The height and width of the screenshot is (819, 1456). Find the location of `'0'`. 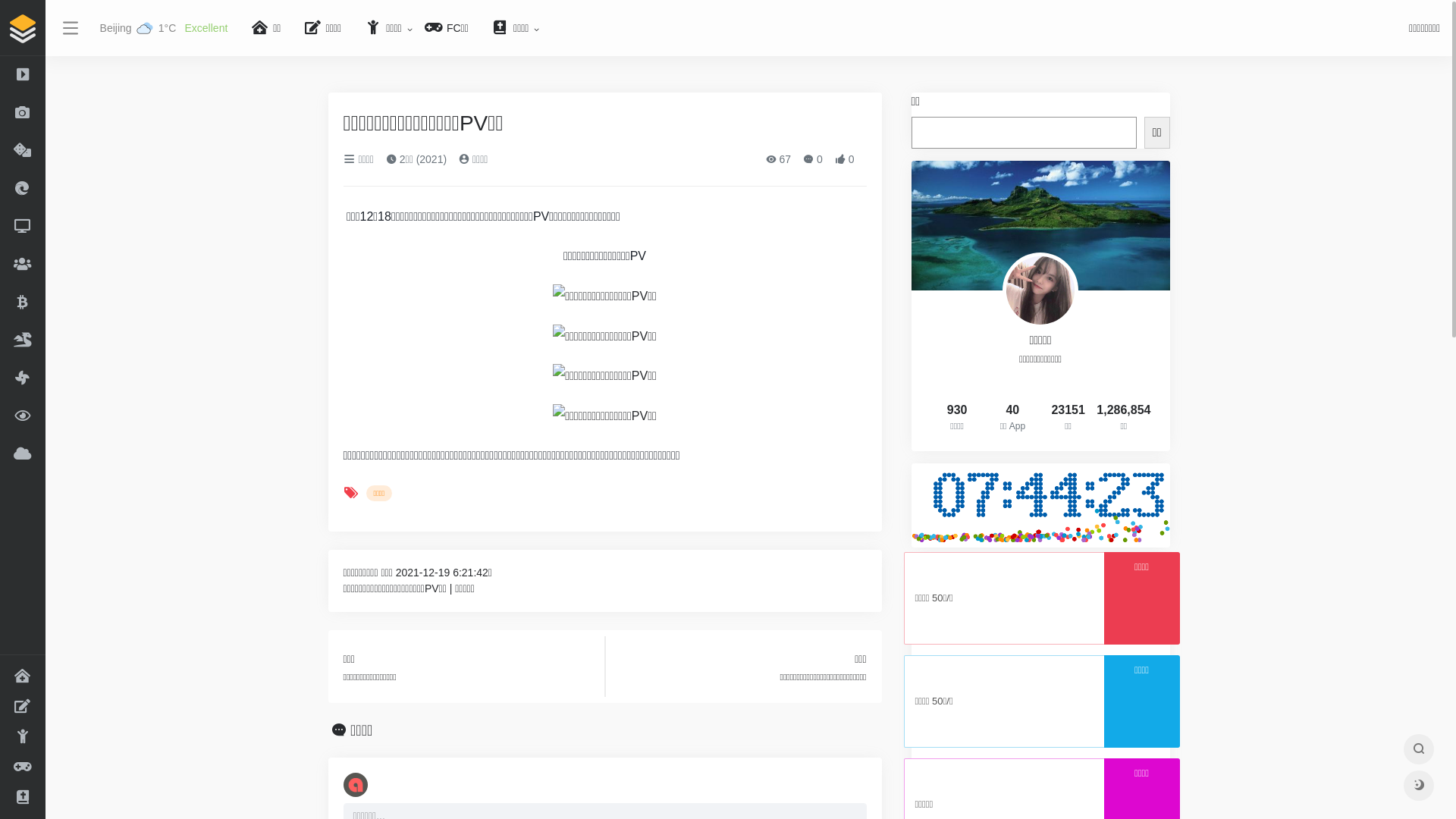

'0' is located at coordinates (843, 158).